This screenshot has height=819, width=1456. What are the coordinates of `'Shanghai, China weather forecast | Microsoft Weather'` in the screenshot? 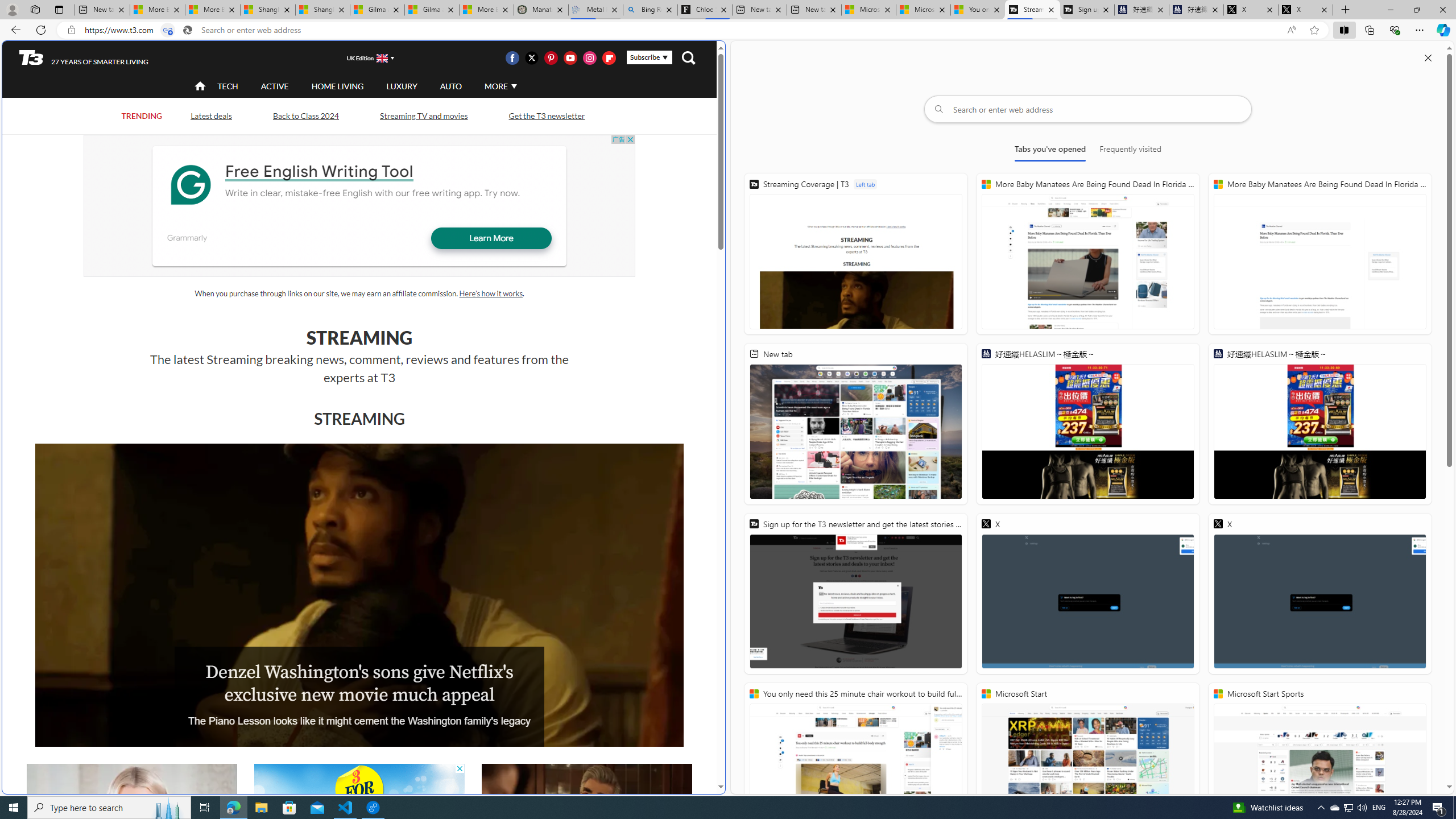 It's located at (322, 9).